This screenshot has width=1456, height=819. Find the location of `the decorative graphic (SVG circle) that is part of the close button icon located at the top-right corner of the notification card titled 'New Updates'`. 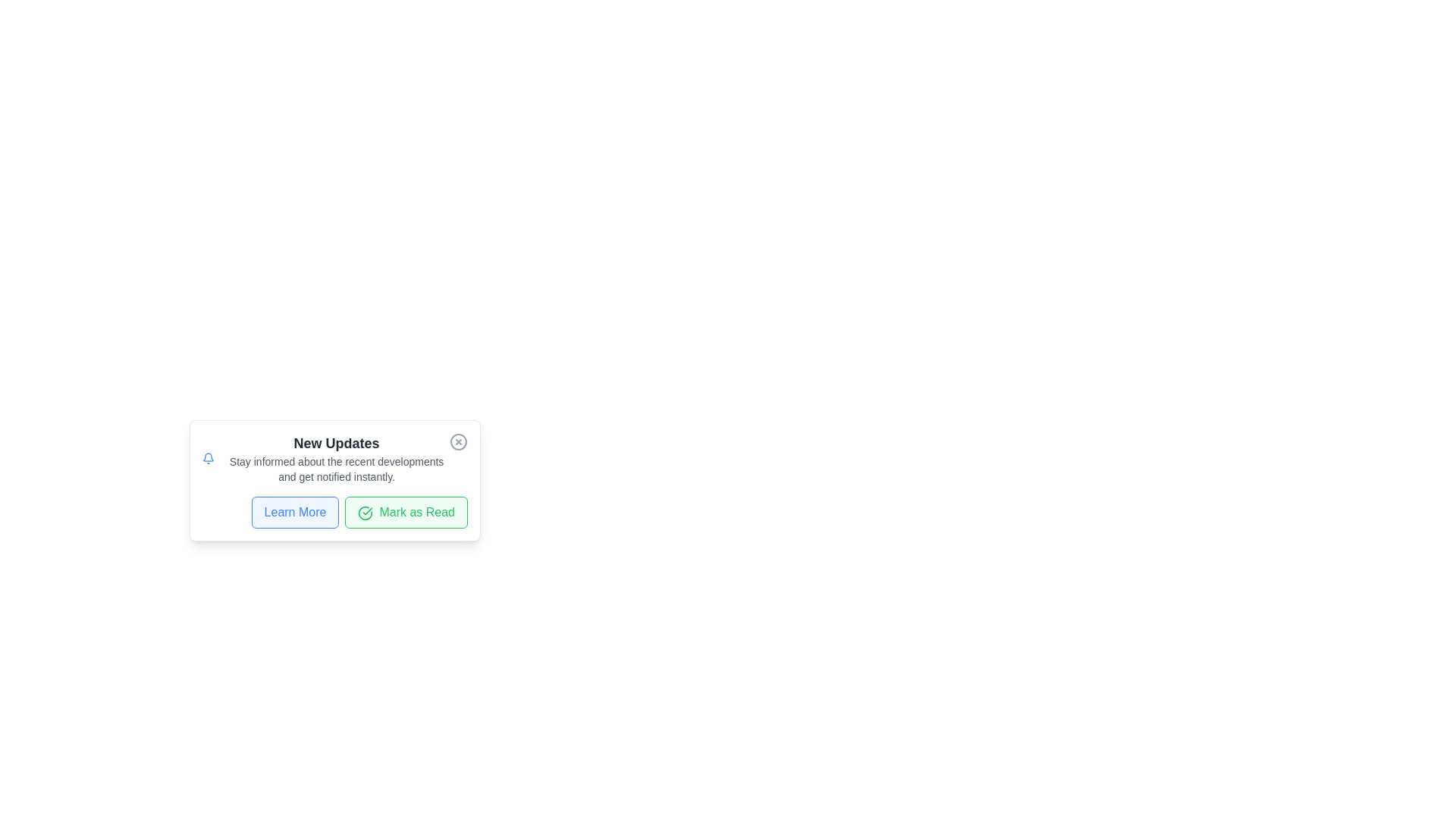

the decorative graphic (SVG circle) that is part of the close button icon located at the top-right corner of the notification card titled 'New Updates' is located at coordinates (457, 441).